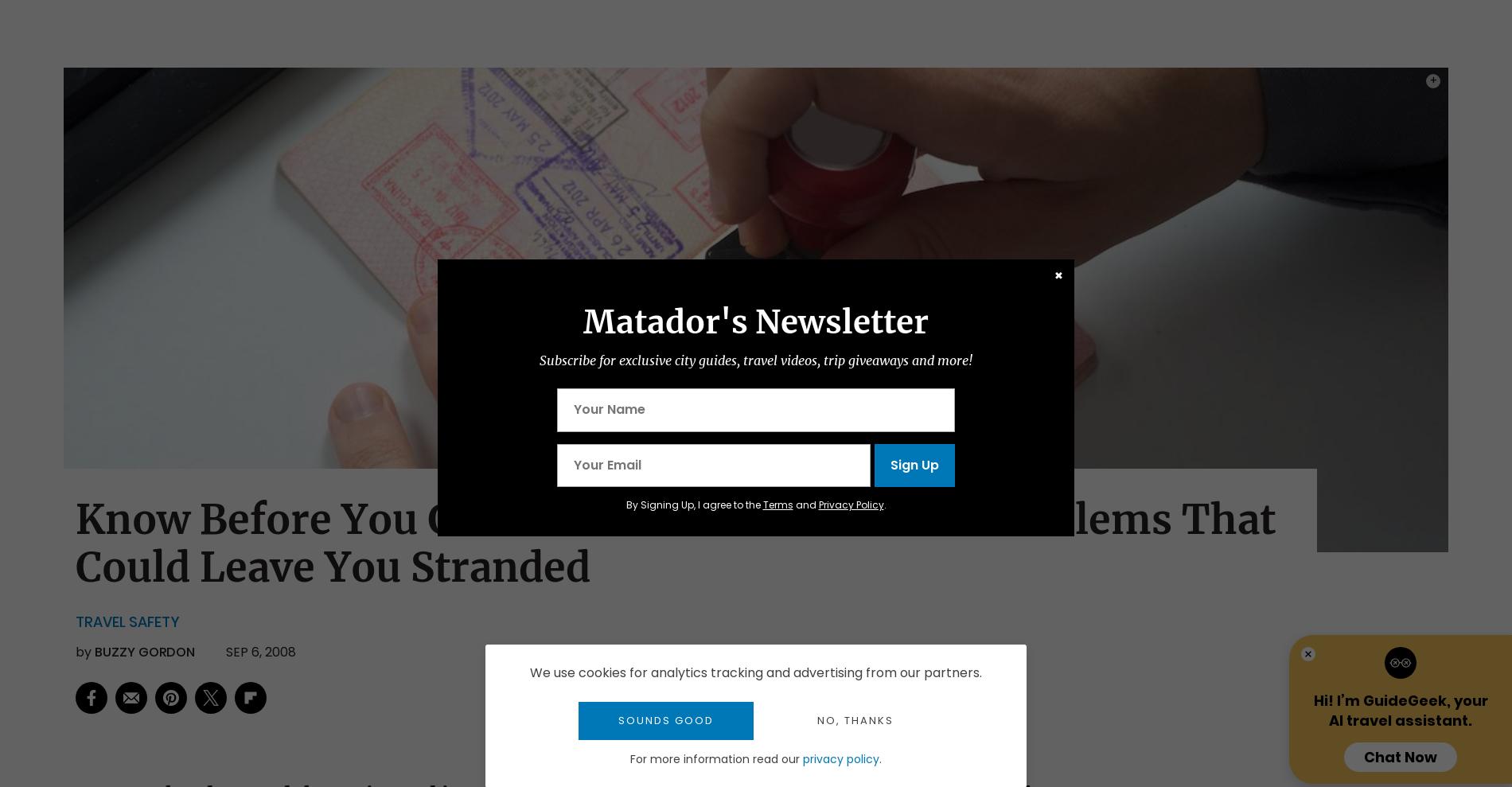 The height and width of the screenshot is (787, 1512). I want to click on 'No, thanks', so click(816, 719).